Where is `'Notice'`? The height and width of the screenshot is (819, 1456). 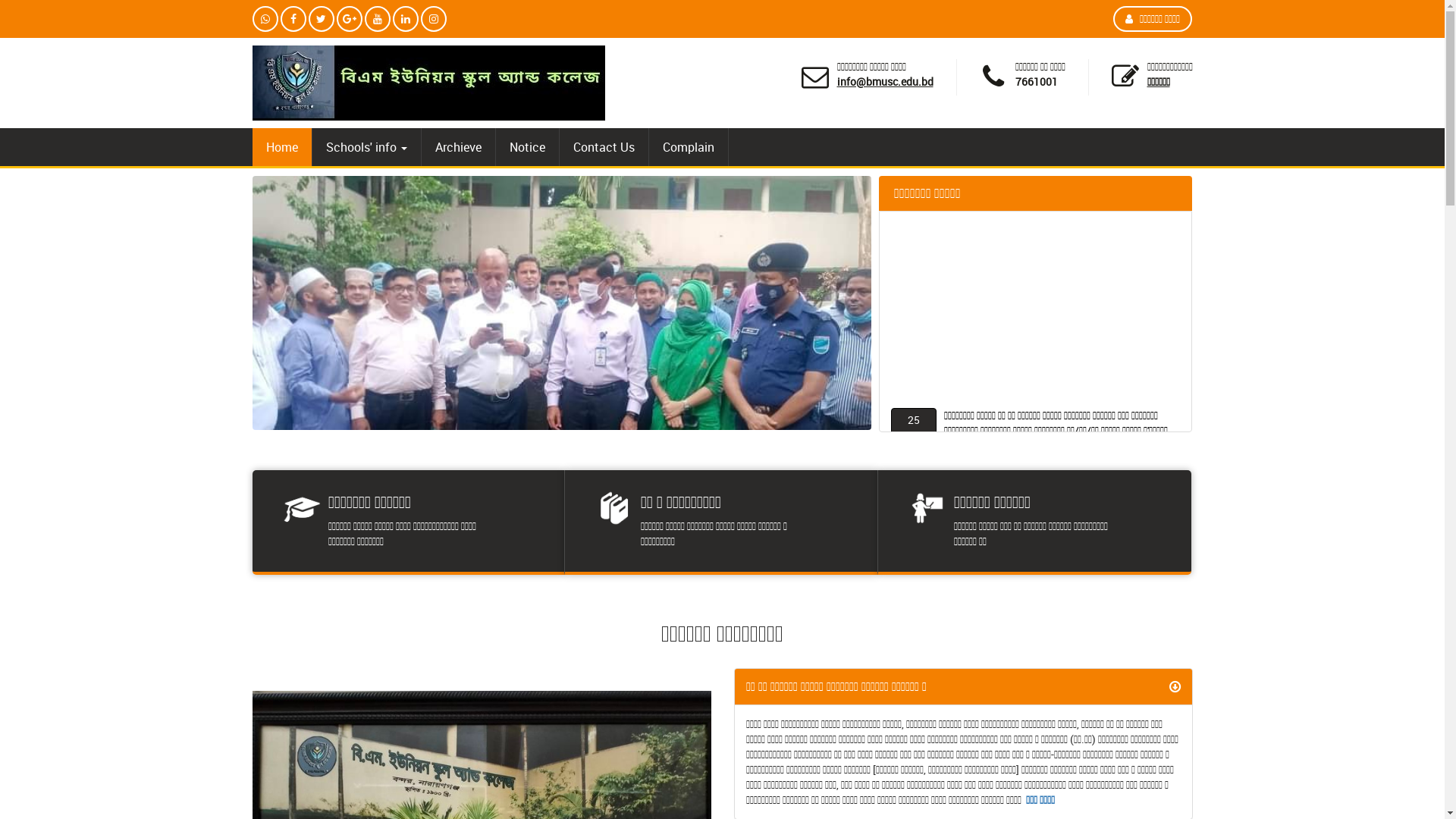 'Notice' is located at coordinates (495, 146).